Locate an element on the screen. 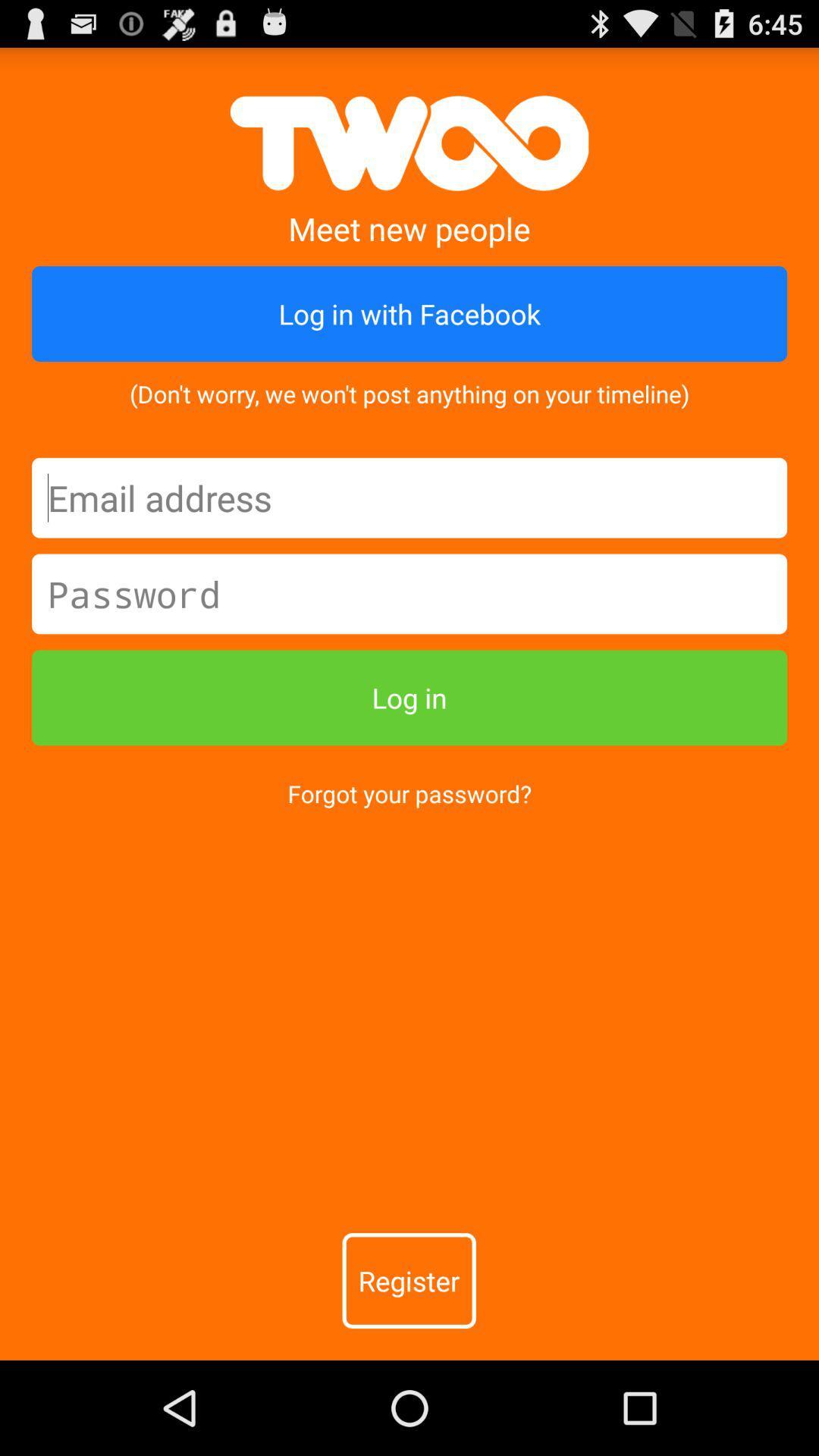 The width and height of the screenshot is (819, 1456). icon at the bottom is located at coordinates (408, 1280).